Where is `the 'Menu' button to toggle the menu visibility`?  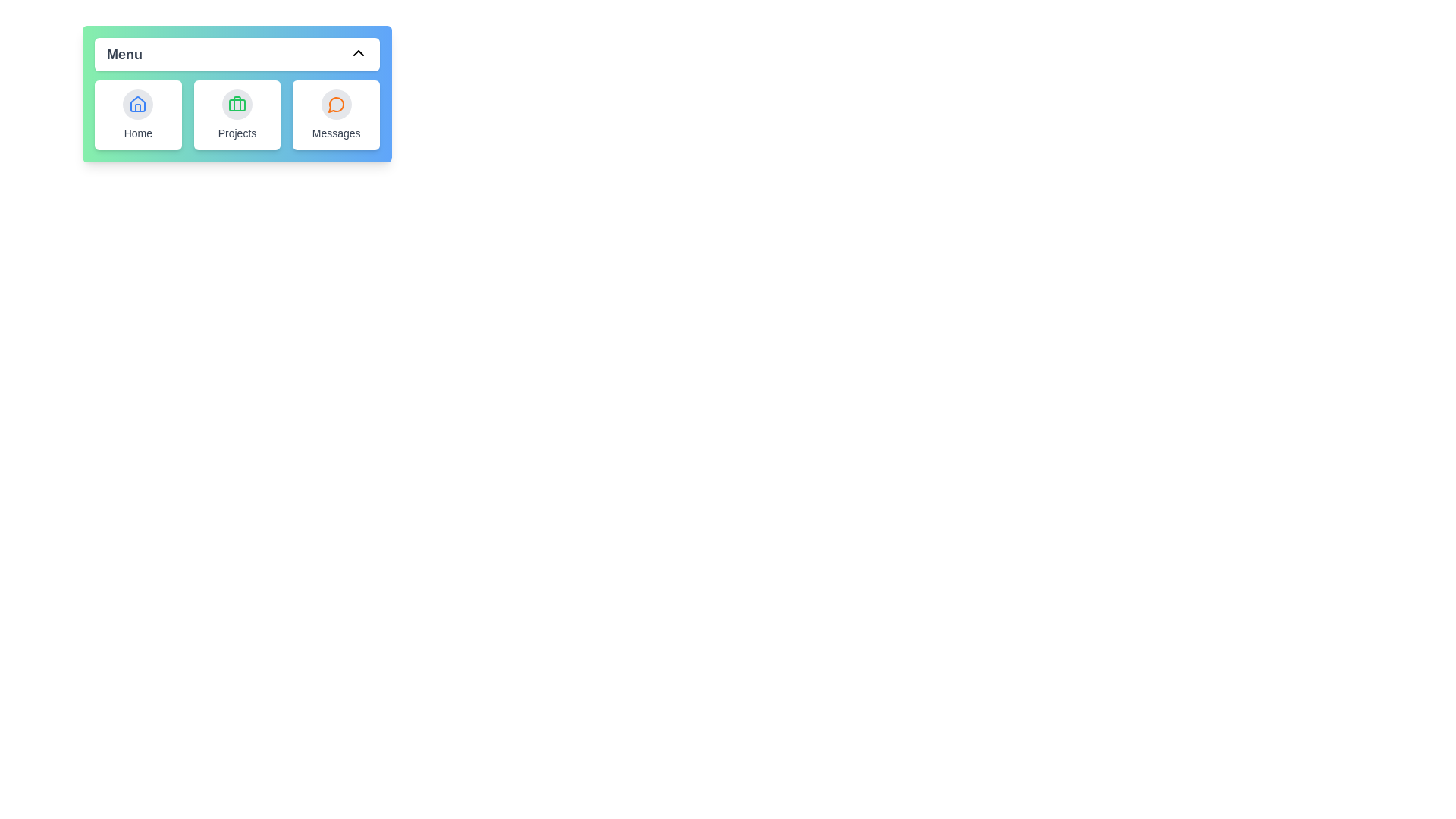 the 'Menu' button to toggle the menu visibility is located at coordinates (236, 54).